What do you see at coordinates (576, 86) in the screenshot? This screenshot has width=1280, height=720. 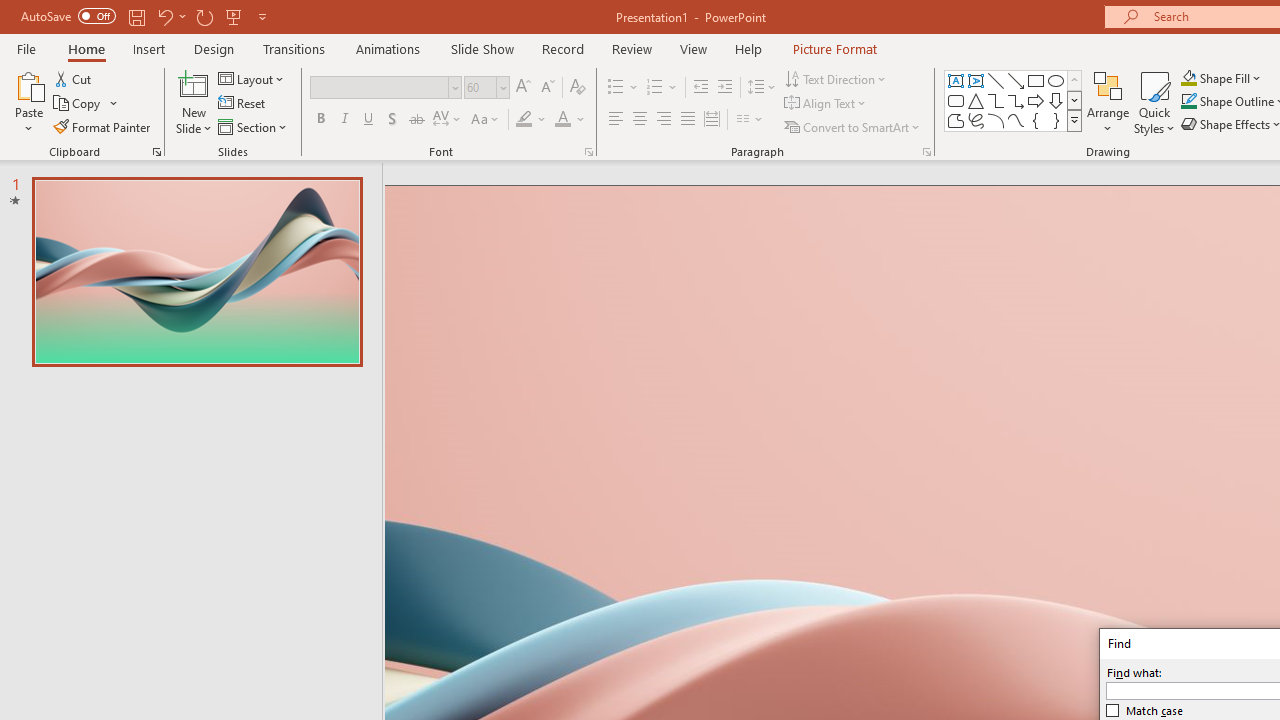 I see `'Clear Formatting'` at bounding box center [576, 86].